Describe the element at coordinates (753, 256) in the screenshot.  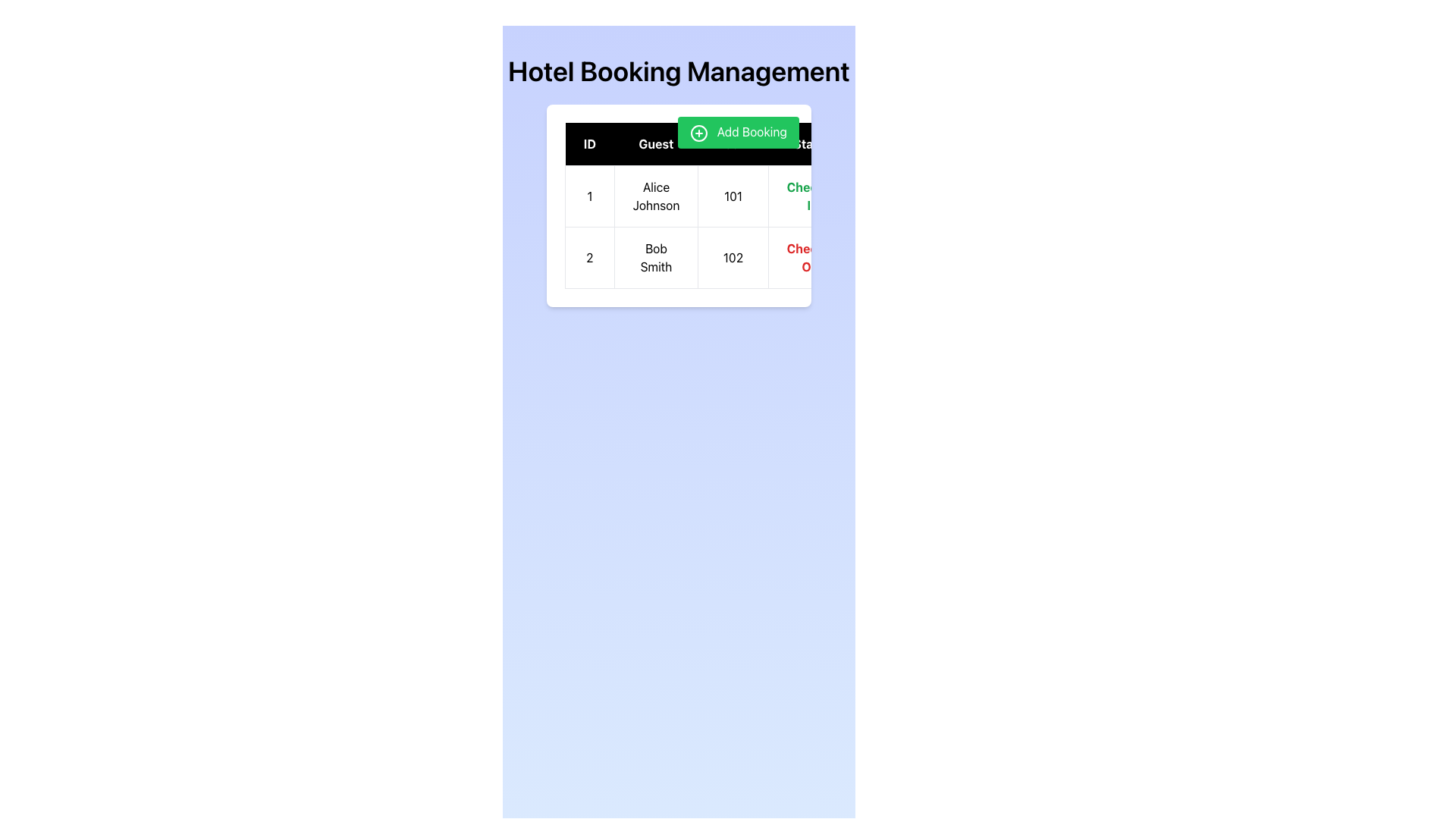
I see `the second row in the booking management table that contains the guest name 'Bob Smith'` at that location.